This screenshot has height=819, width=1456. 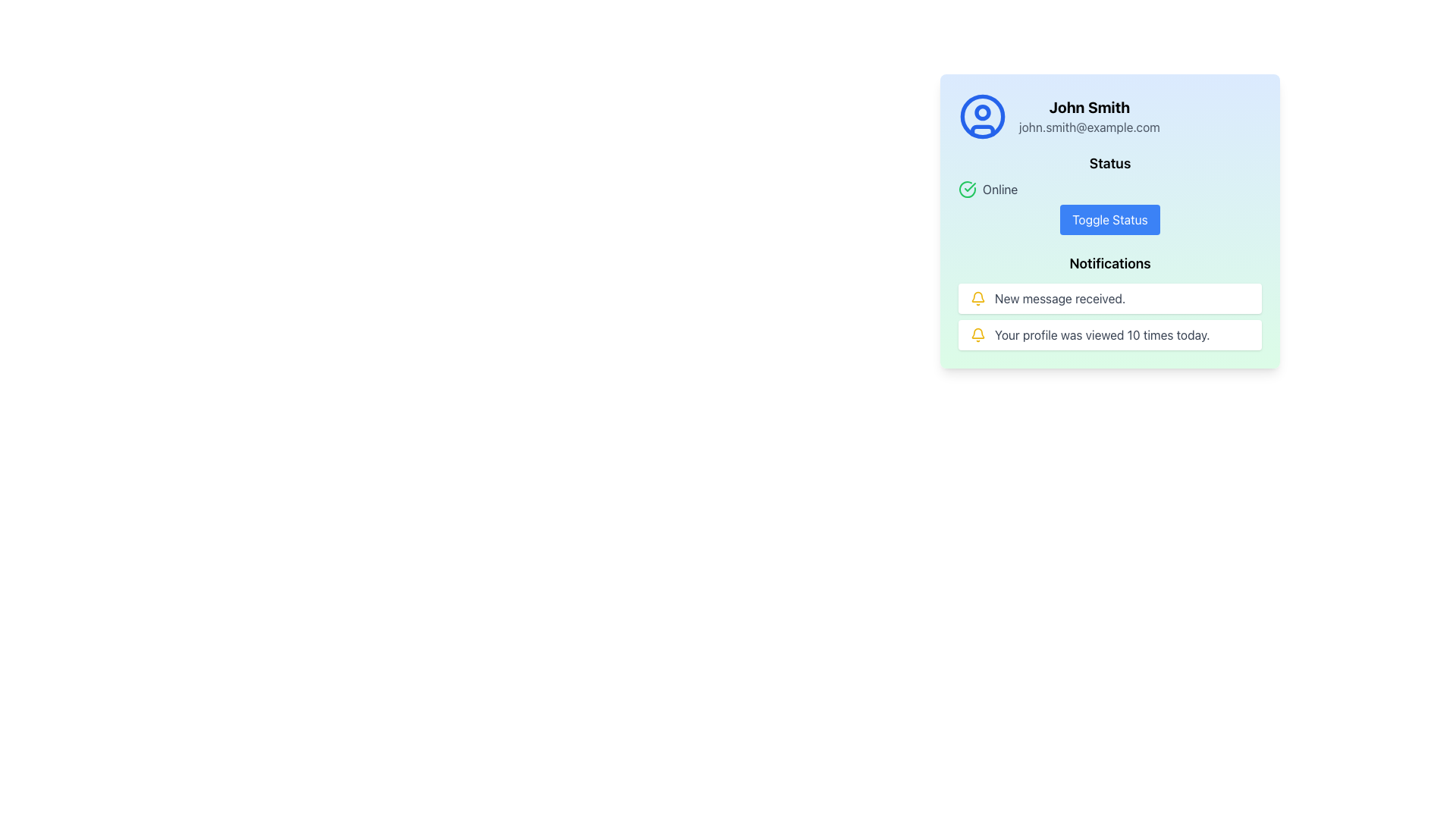 I want to click on the status indicator icon located to the left of the text 'Online', which indicates an active or online status, so click(x=967, y=189).